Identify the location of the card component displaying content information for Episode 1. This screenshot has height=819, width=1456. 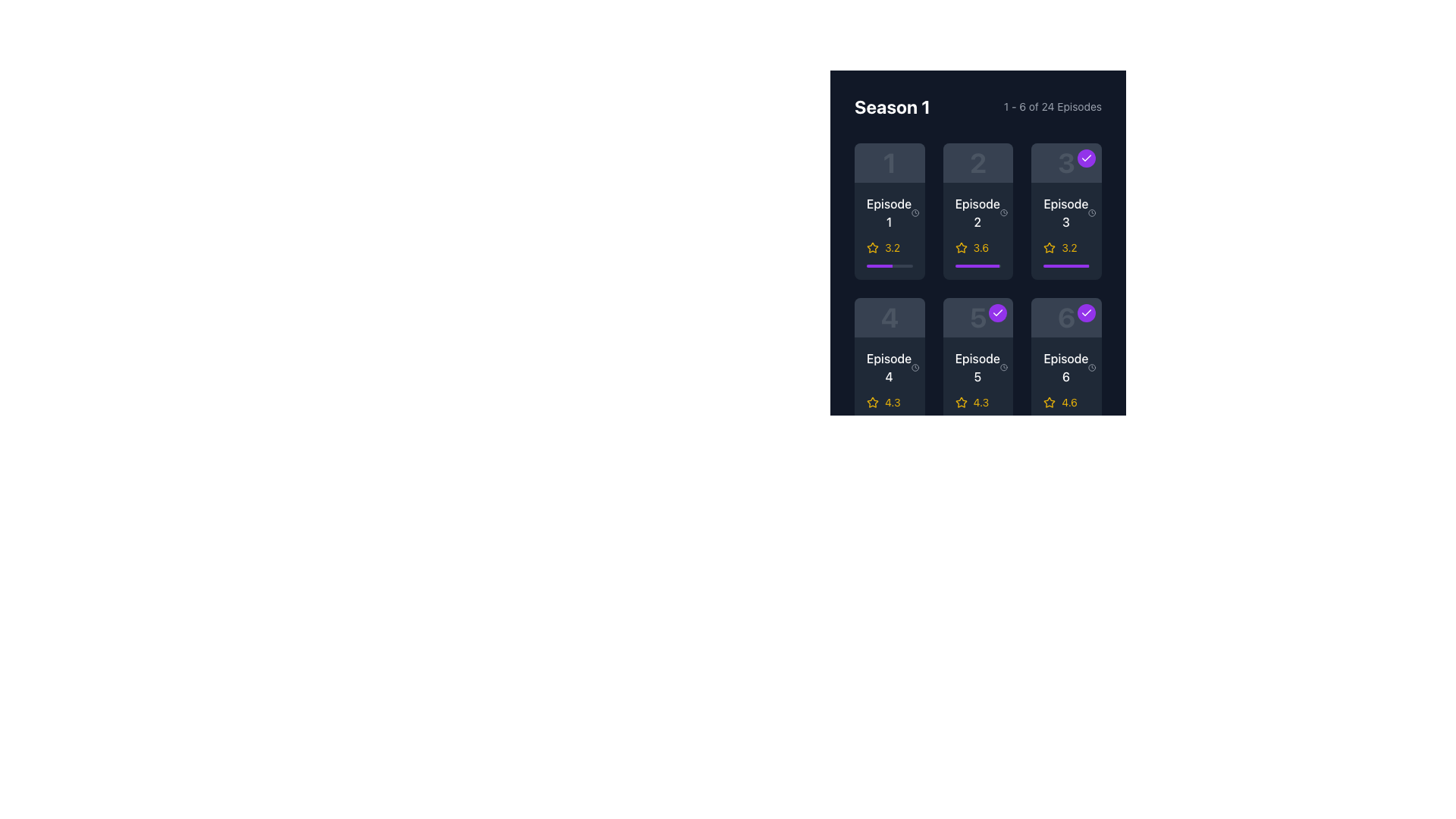
(890, 212).